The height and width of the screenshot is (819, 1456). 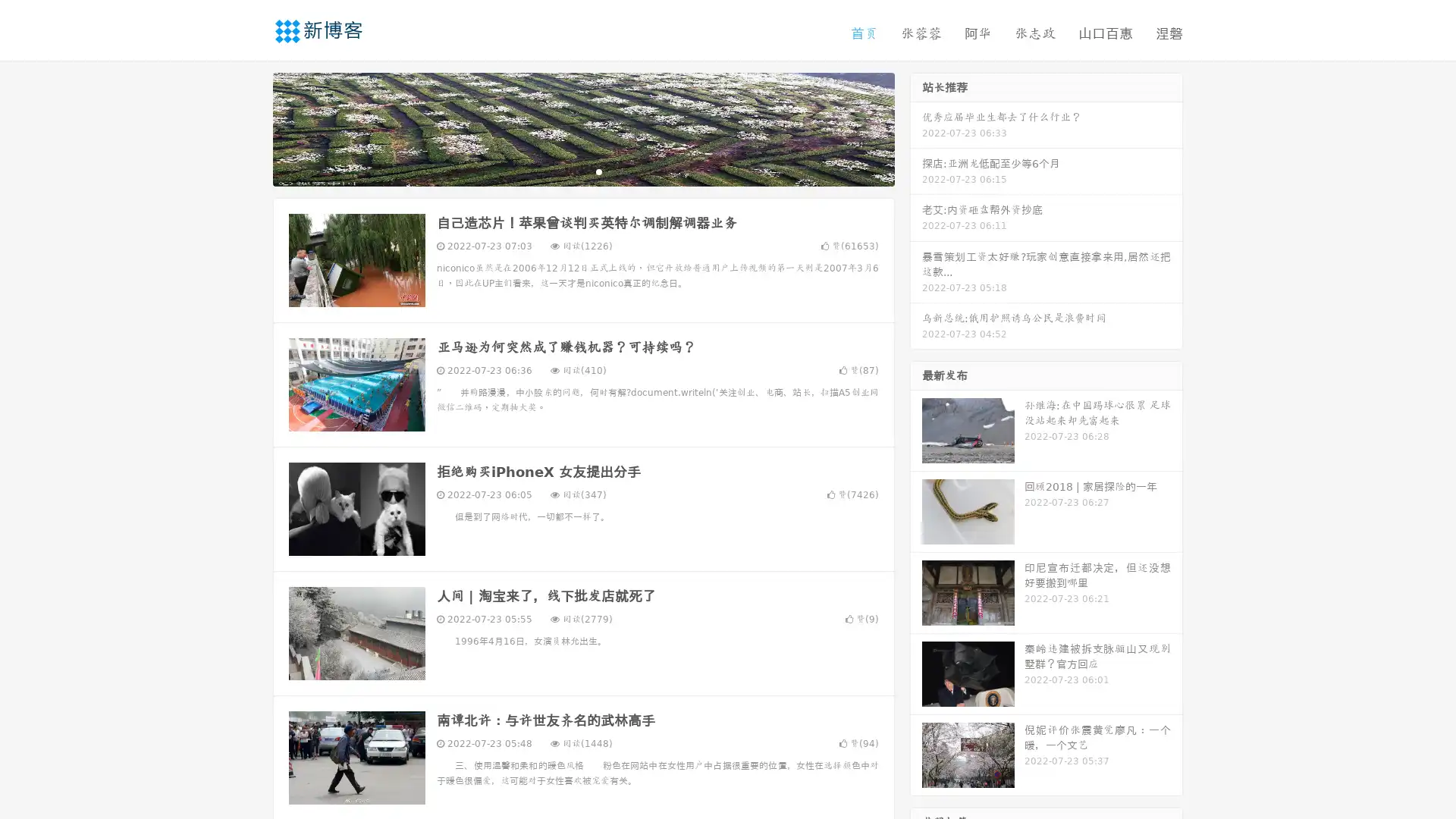 What do you see at coordinates (582, 171) in the screenshot?
I see `Go to slide 2` at bounding box center [582, 171].